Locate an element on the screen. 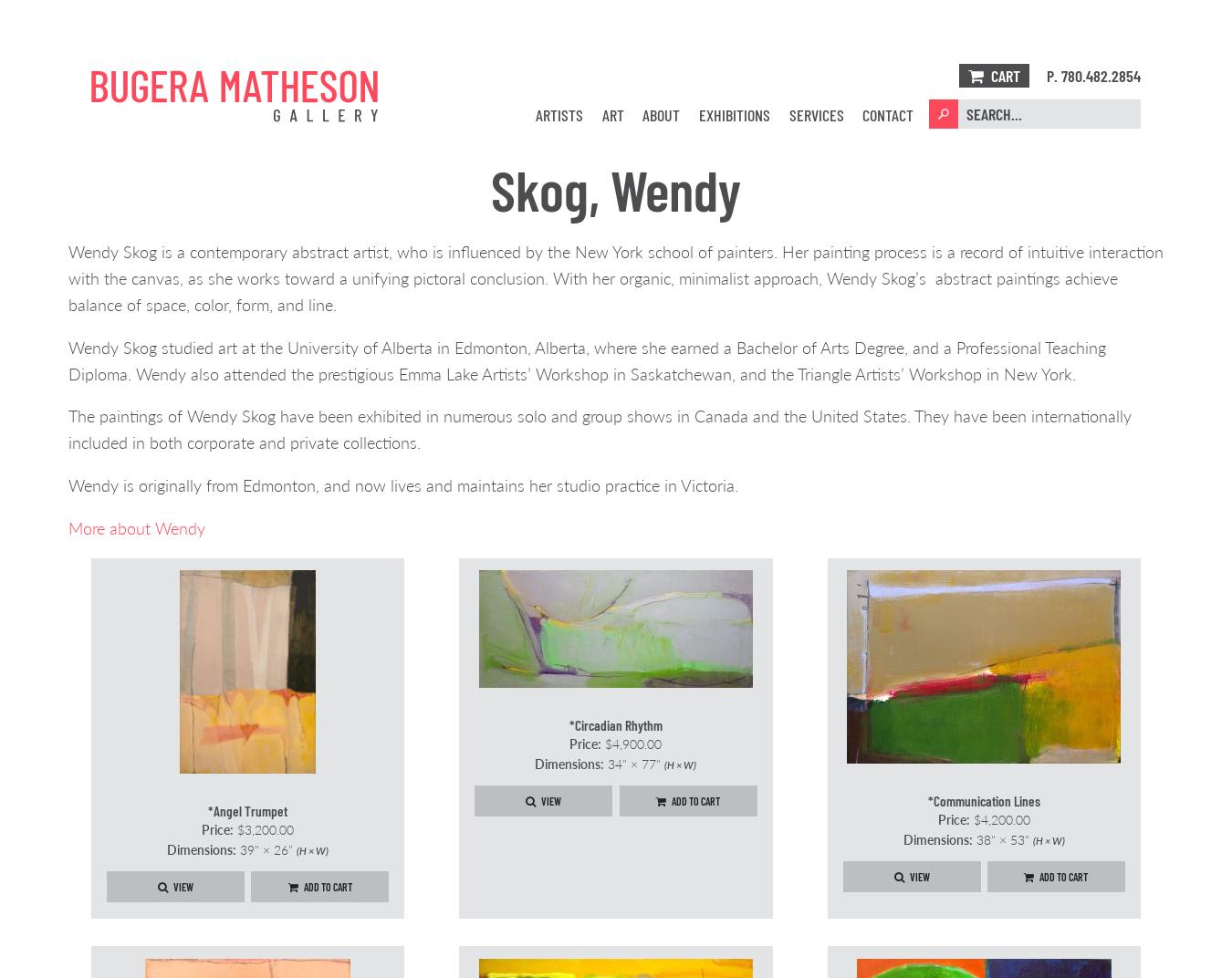 This screenshot has width=1232, height=978. 'Contact' is located at coordinates (886, 113).